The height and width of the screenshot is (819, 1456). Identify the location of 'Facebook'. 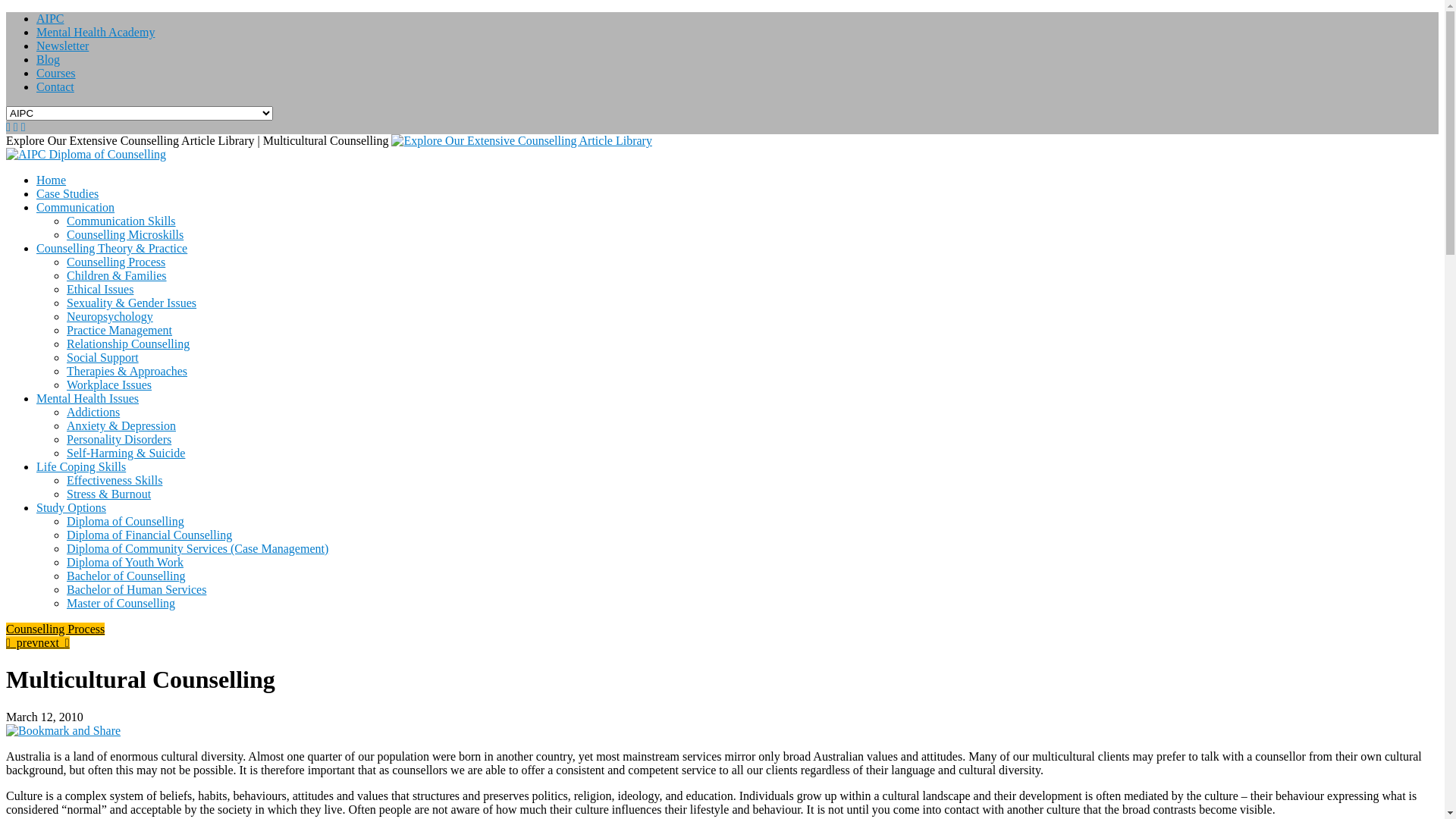
(23, 126).